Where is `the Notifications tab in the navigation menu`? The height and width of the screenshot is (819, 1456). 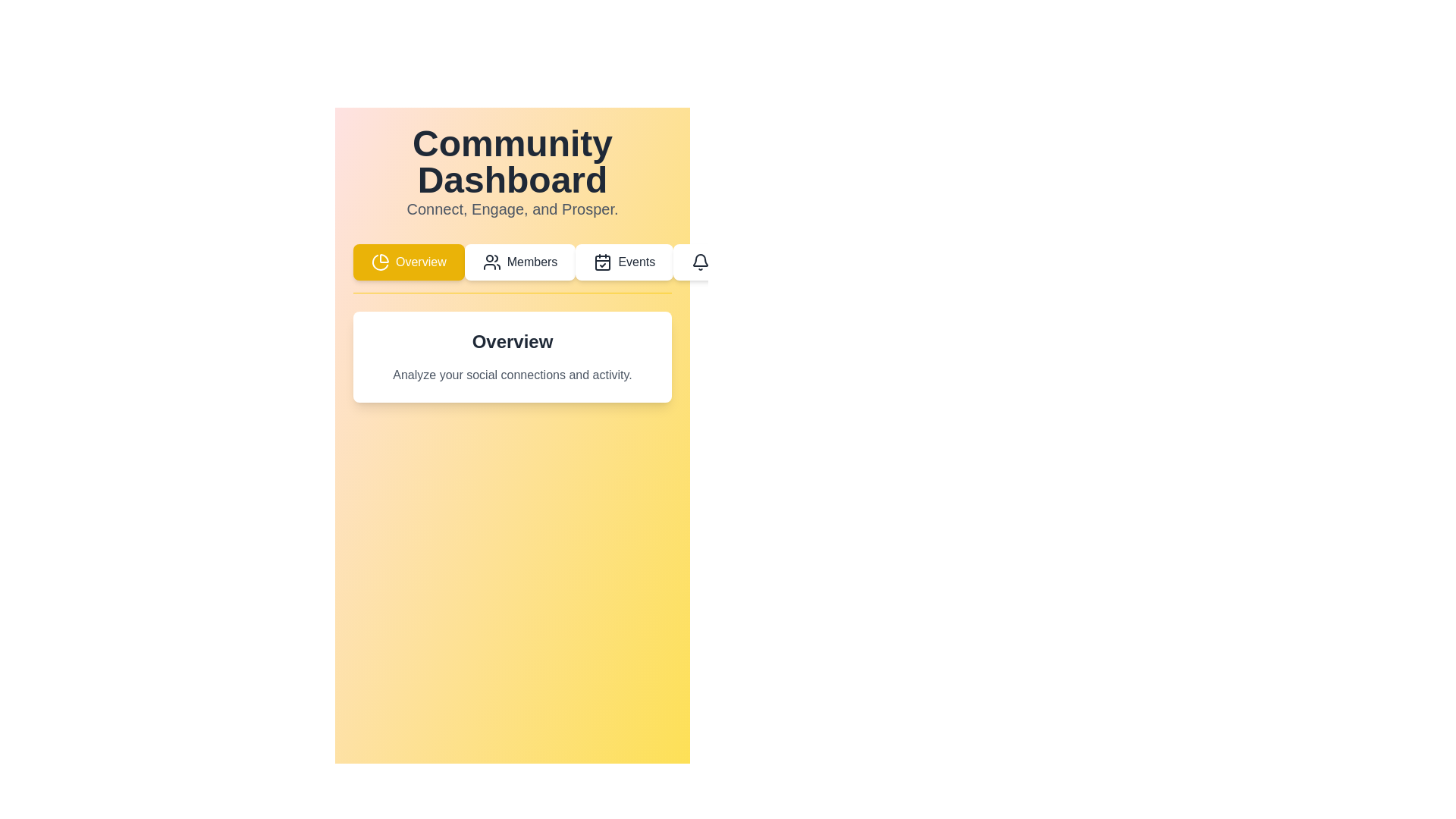 the Notifications tab in the navigation menu is located at coordinates (736, 262).